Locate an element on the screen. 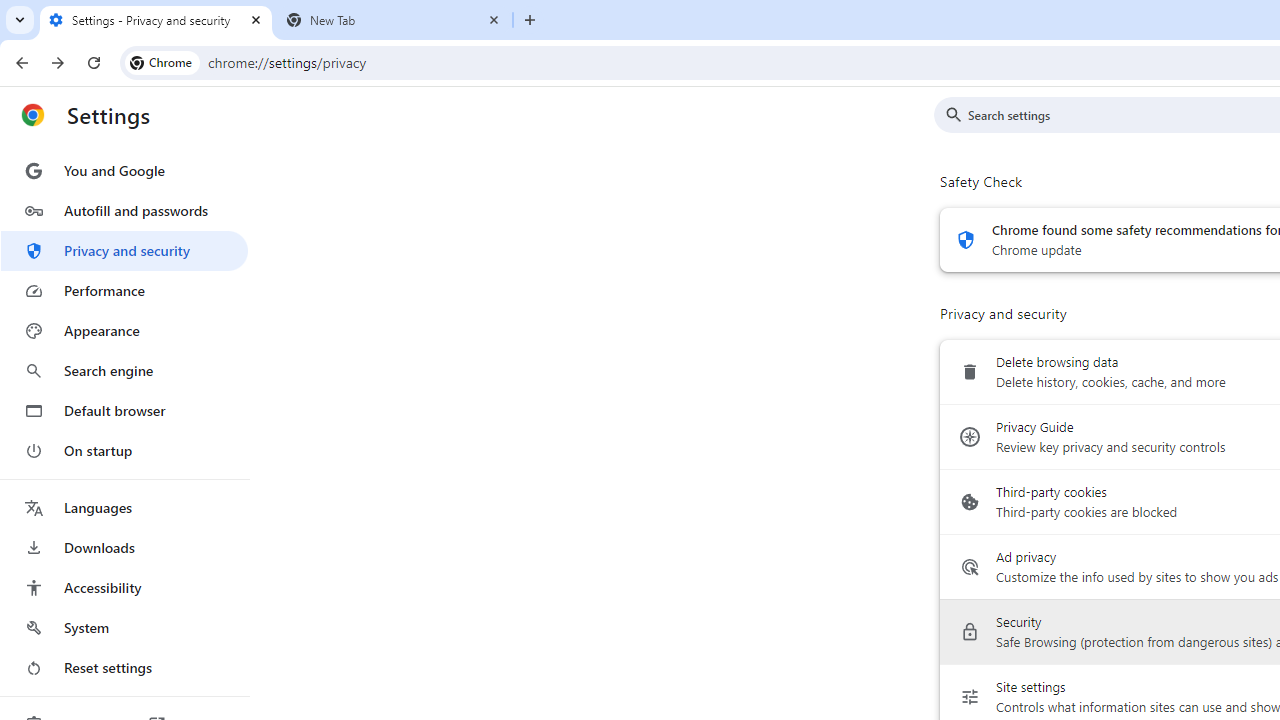 The image size is (1280, 720). 'New Tab' is located at coordinates (394, 20).